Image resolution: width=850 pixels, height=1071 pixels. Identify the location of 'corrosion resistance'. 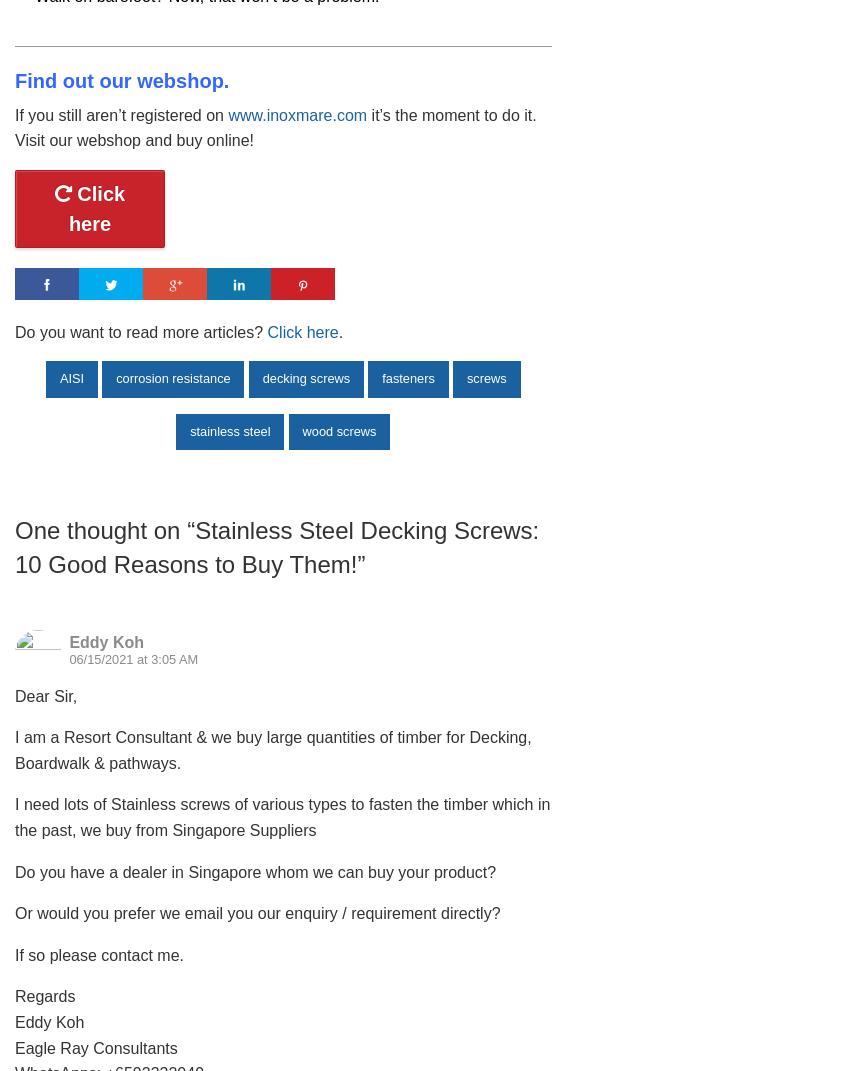
(171, 377).